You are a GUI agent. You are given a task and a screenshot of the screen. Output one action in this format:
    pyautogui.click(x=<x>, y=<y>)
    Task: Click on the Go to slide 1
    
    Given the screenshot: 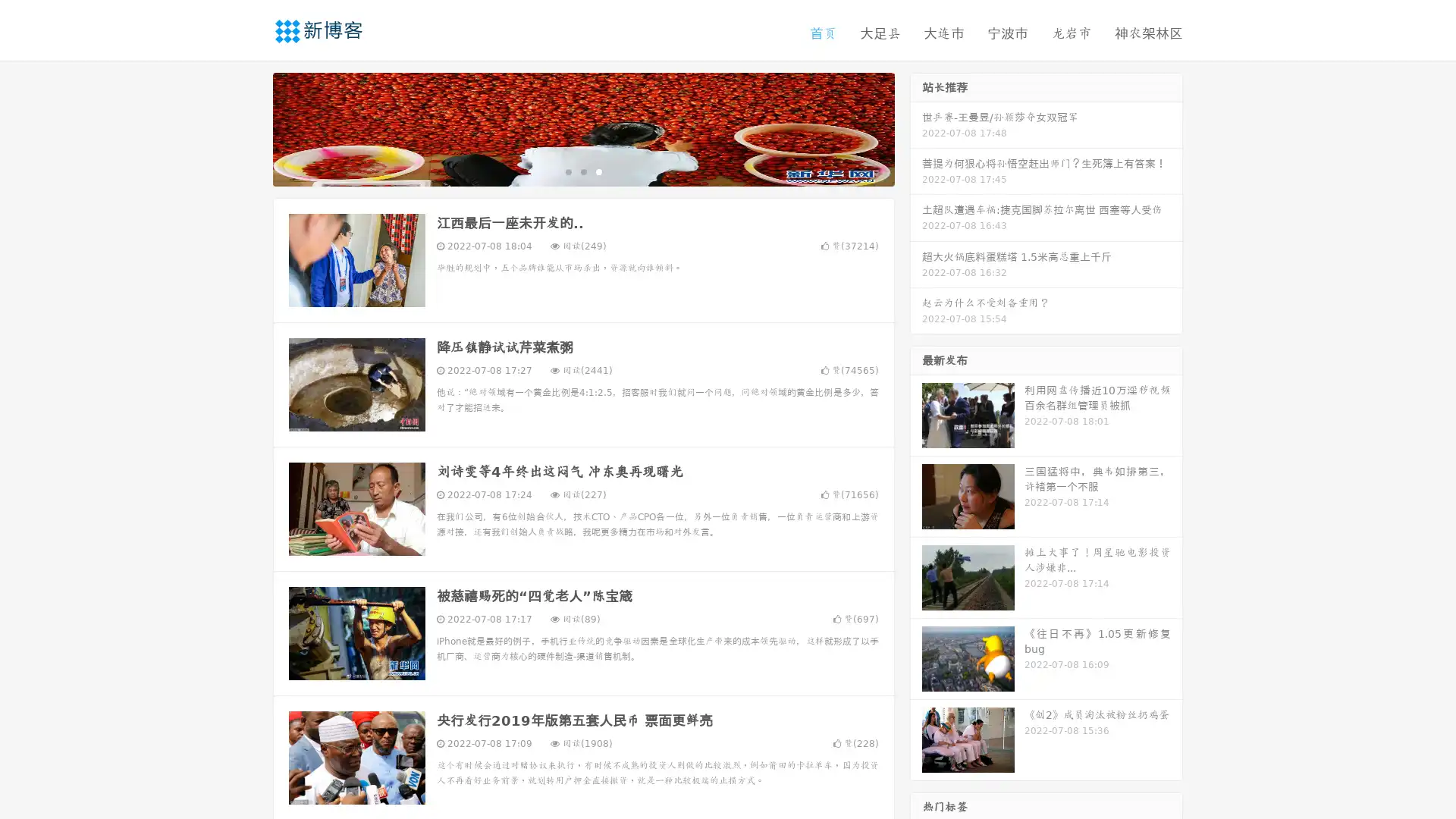 What is the action you would take?
    pyautogui.click(x=567, y=171)
    